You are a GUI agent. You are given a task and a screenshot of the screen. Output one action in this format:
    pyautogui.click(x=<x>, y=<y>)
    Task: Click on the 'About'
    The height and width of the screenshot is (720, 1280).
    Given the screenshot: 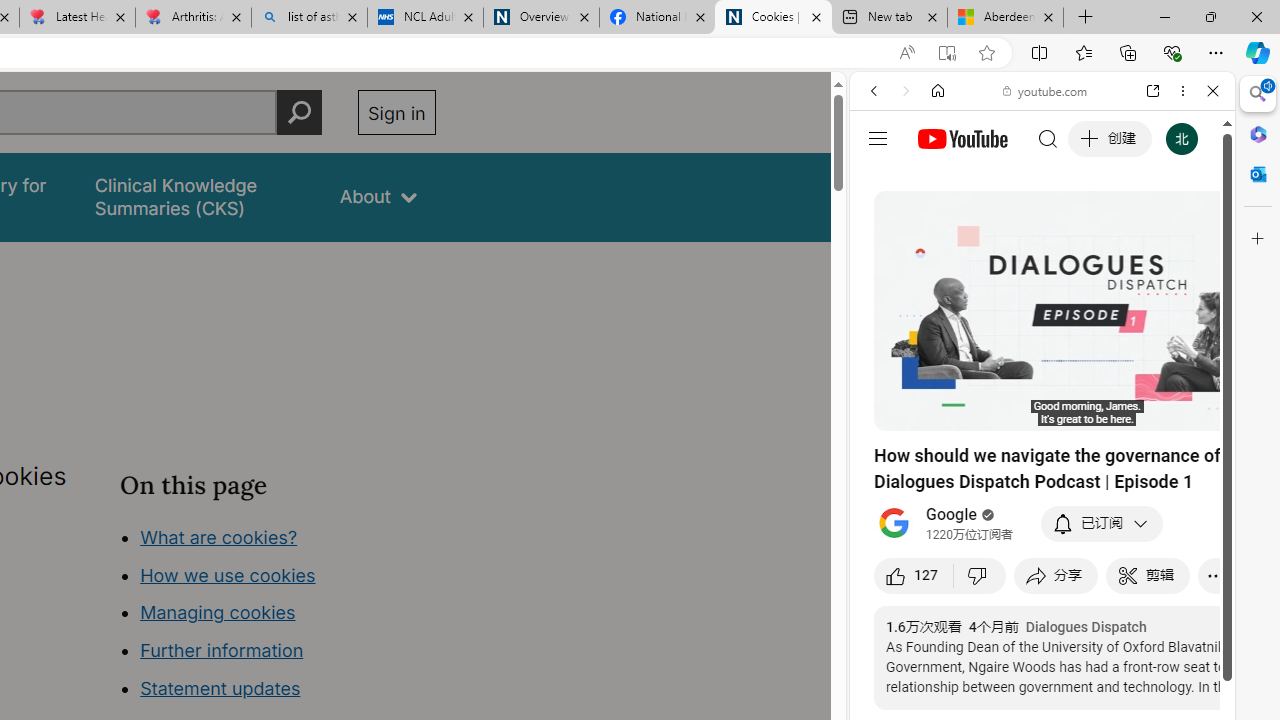 What is the action you would take?
    pyautogui.click(x=378, y=197)
    